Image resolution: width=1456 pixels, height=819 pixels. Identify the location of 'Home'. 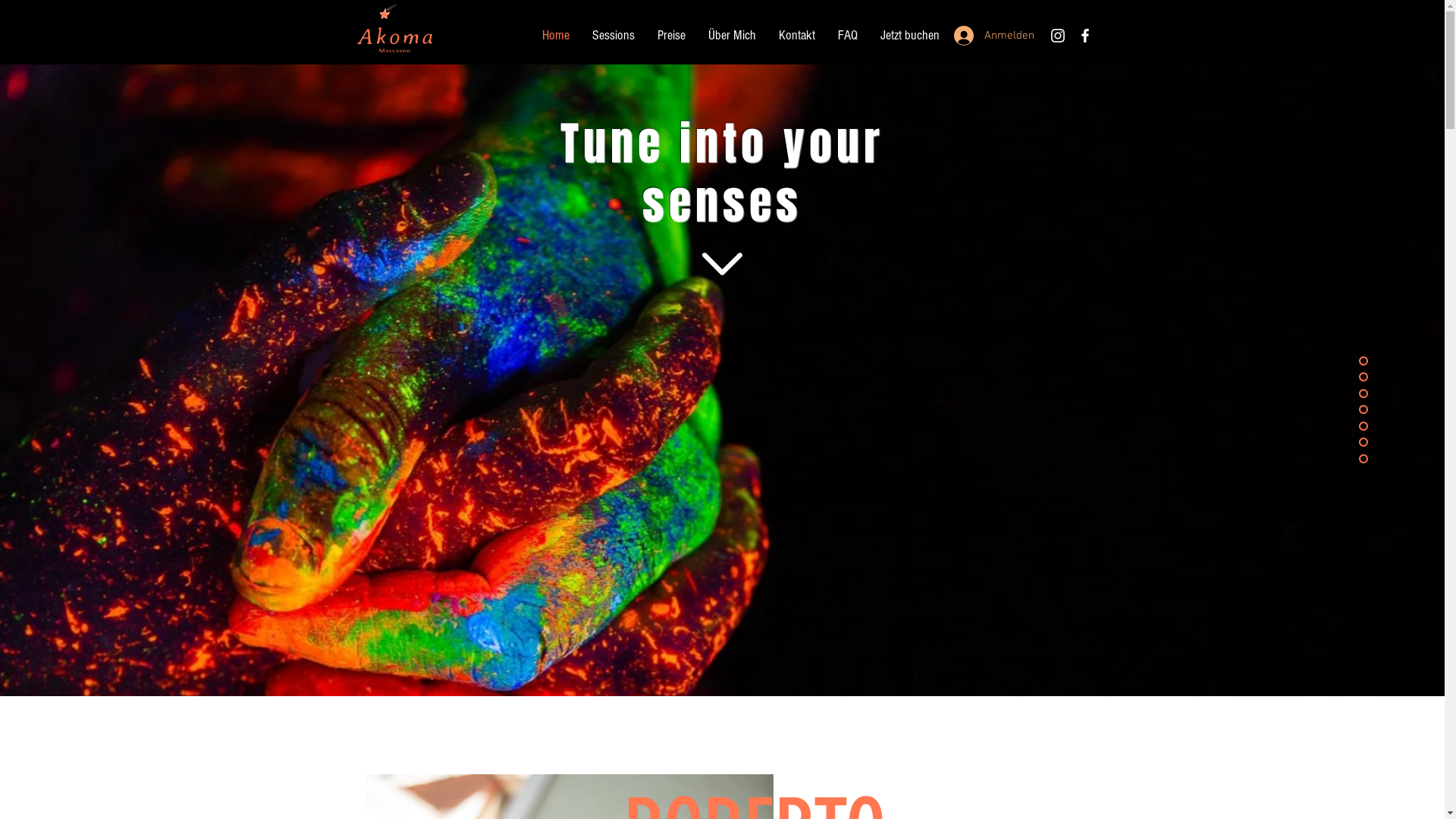
(555, 34).